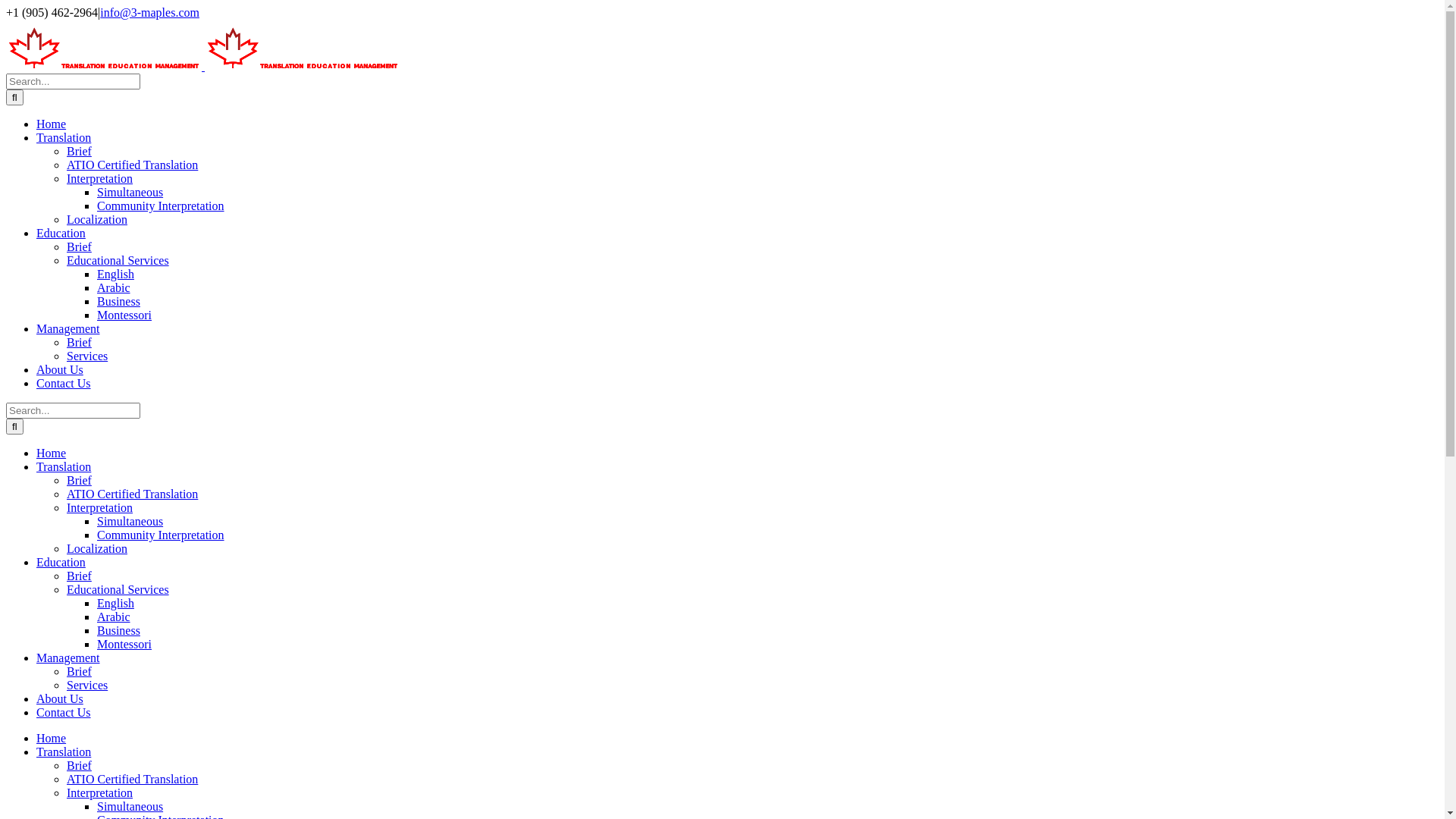 The image size is (1456, 819). What do you see at coordinates (78, 670) in the screenshot?
I see `'Brief'` at bounding box center [78, 670].